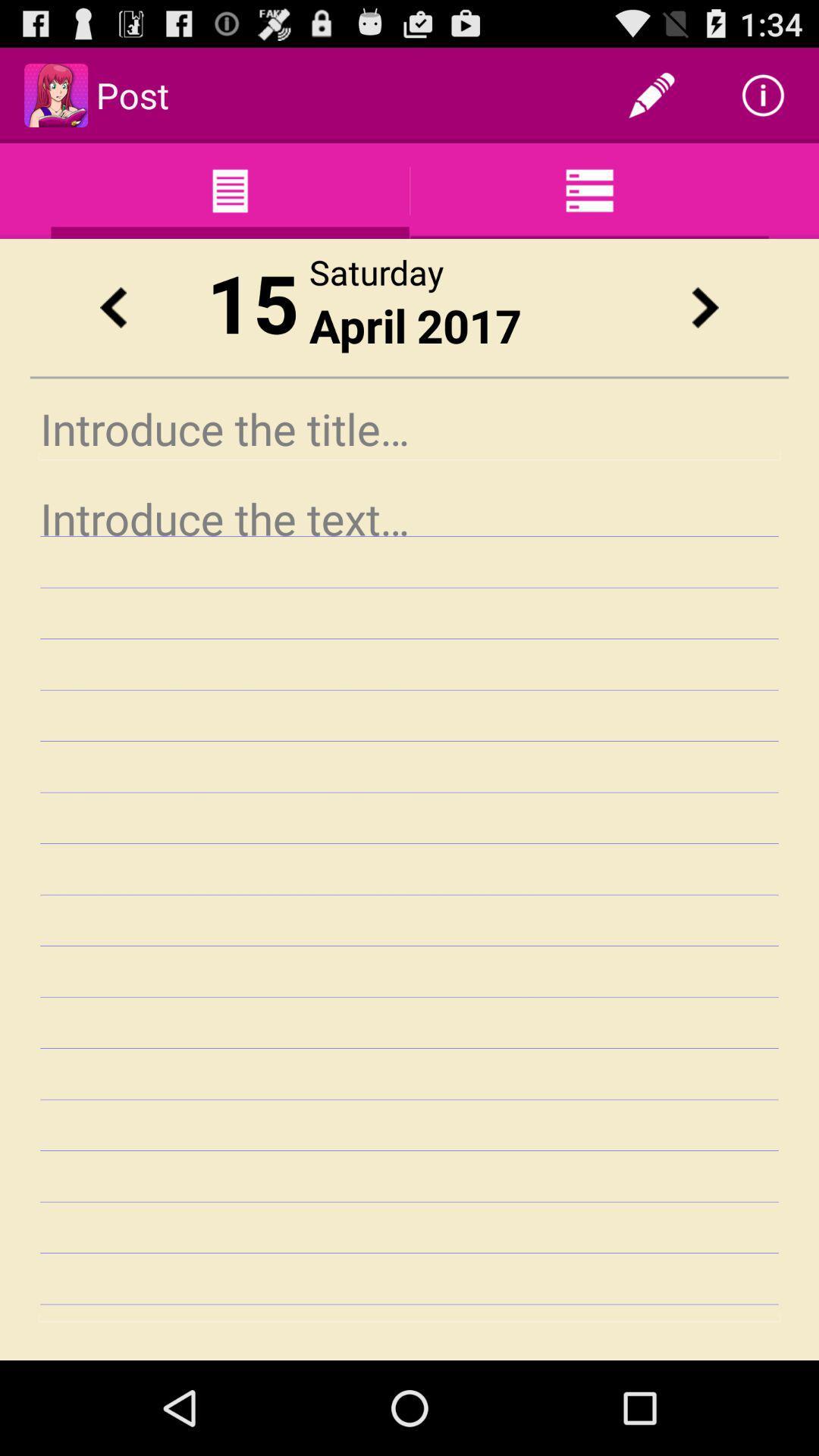  Describe the element at coordinates (409, 428) in the screenshot. I see `write text title` at that location.